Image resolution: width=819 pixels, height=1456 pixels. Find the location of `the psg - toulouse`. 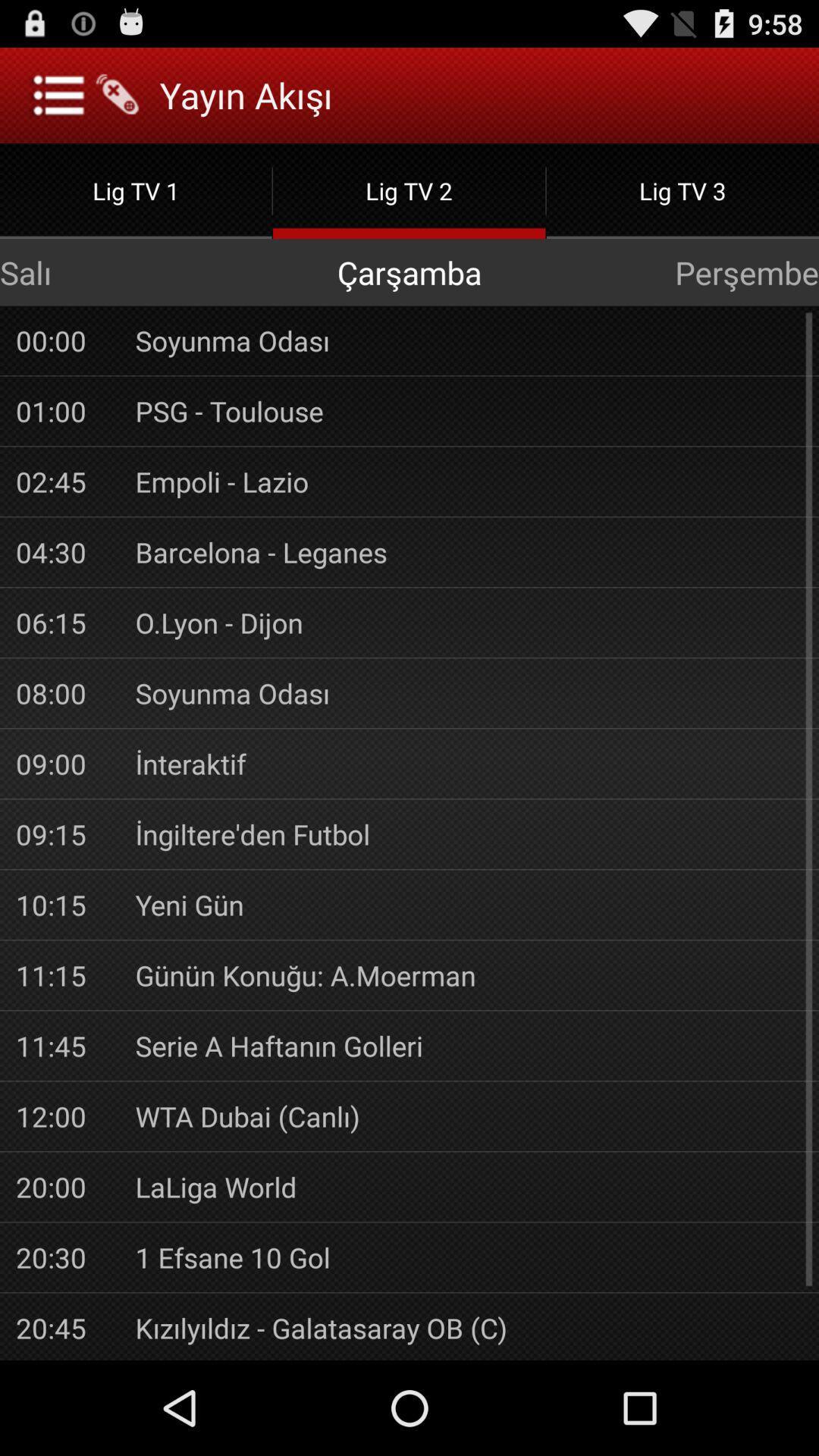

the psg - toulouse is located at coordinates (468, 411).